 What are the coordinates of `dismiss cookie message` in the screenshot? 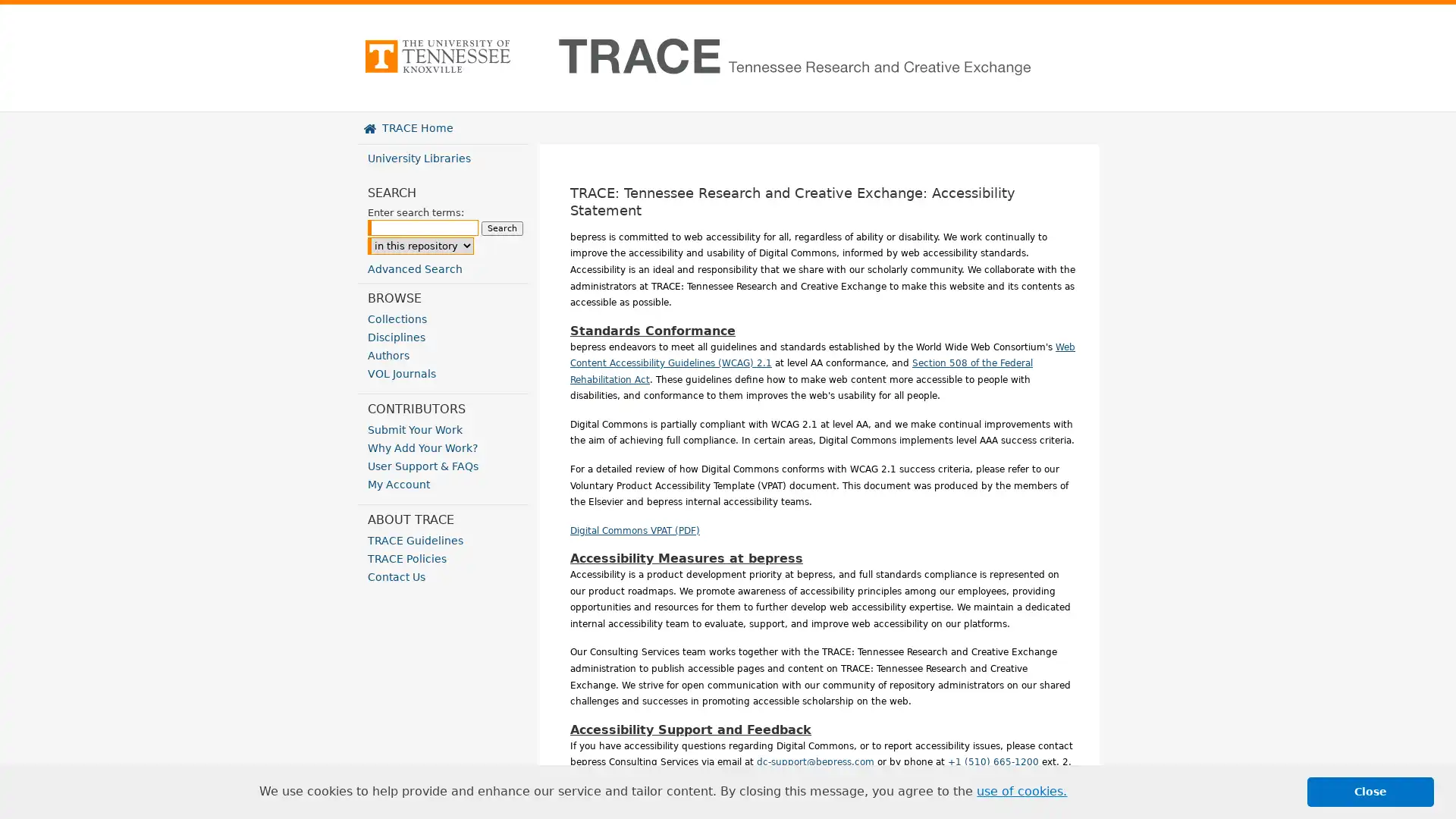 It's located at (1370, 791).